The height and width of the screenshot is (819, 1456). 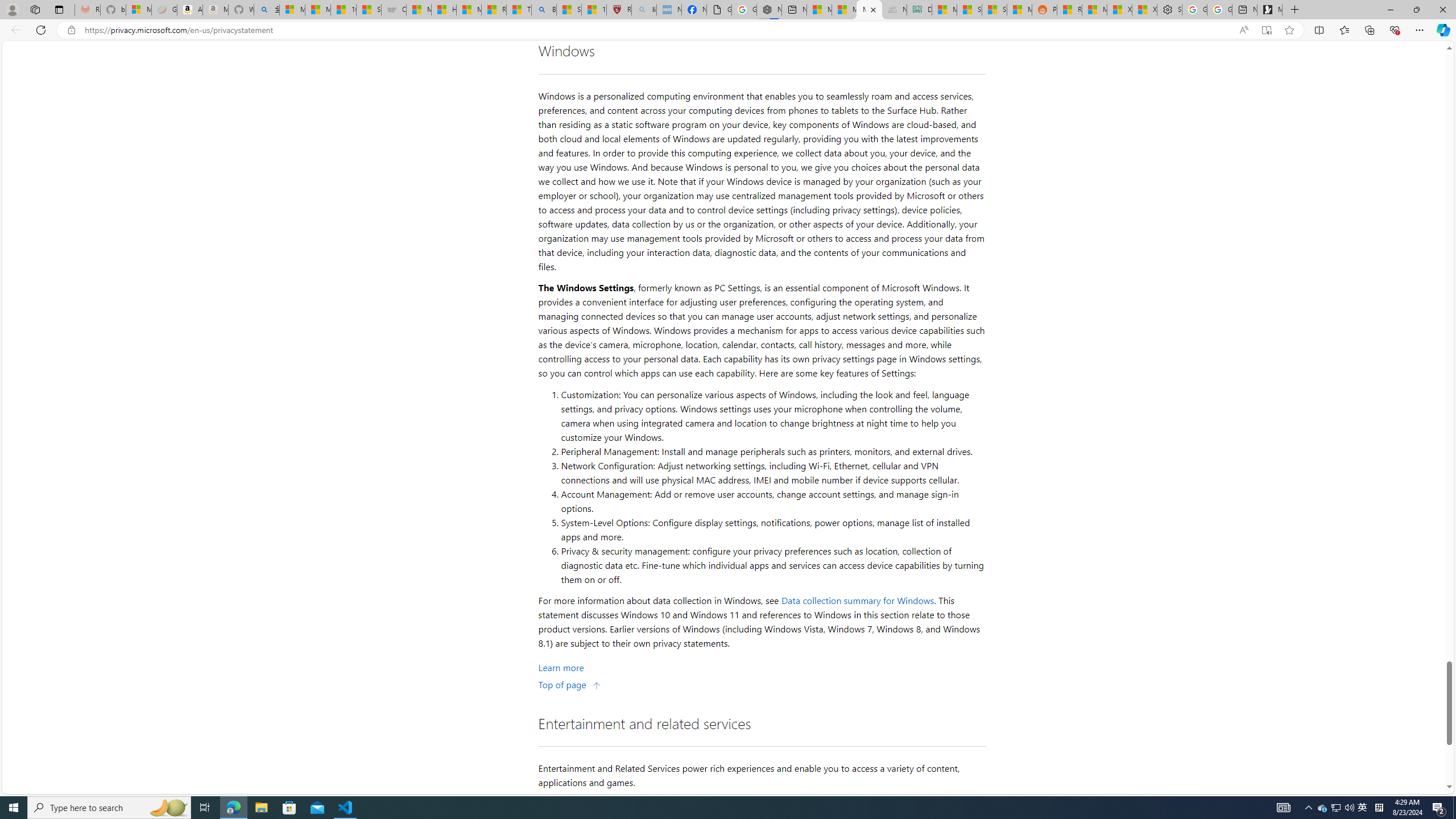 I want to click on 'Recipes - MSN', so click(x=493, y=9).